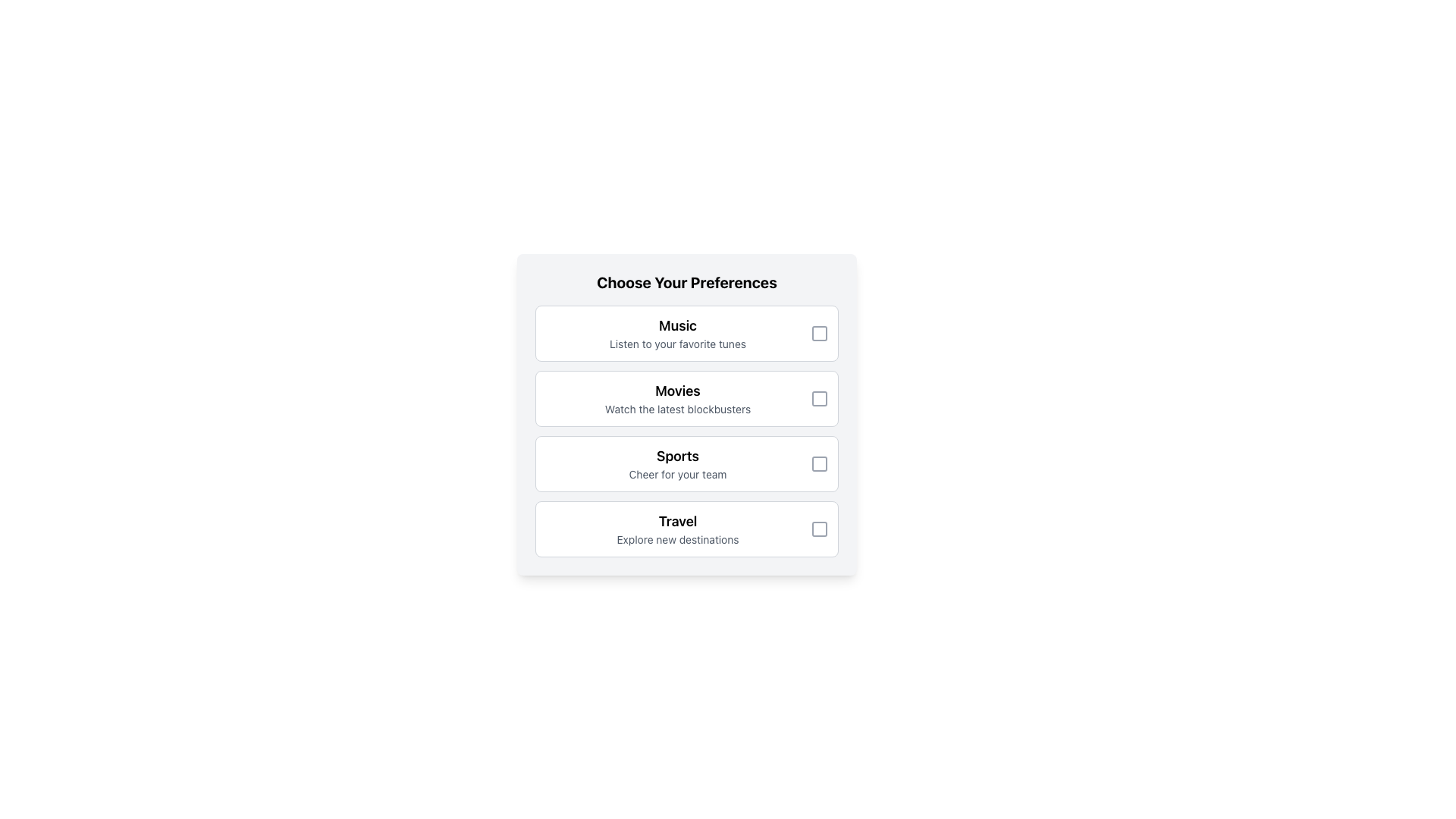 This screenshot has width=1456, height=819. I want to click on the checkbox, so click(818, 397).